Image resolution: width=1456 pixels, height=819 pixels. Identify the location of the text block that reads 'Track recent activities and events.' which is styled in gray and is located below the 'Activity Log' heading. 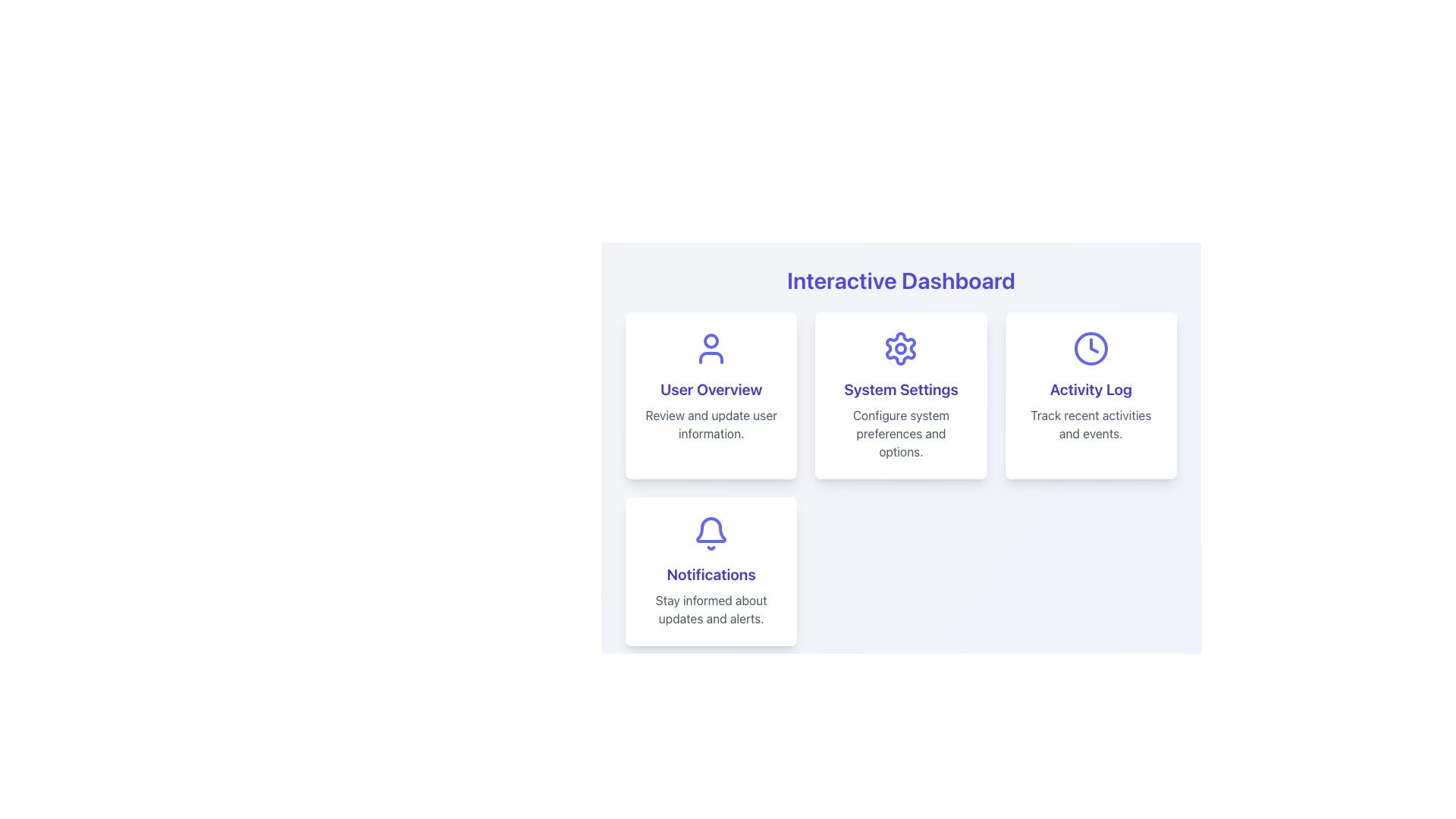
(1090, 424).